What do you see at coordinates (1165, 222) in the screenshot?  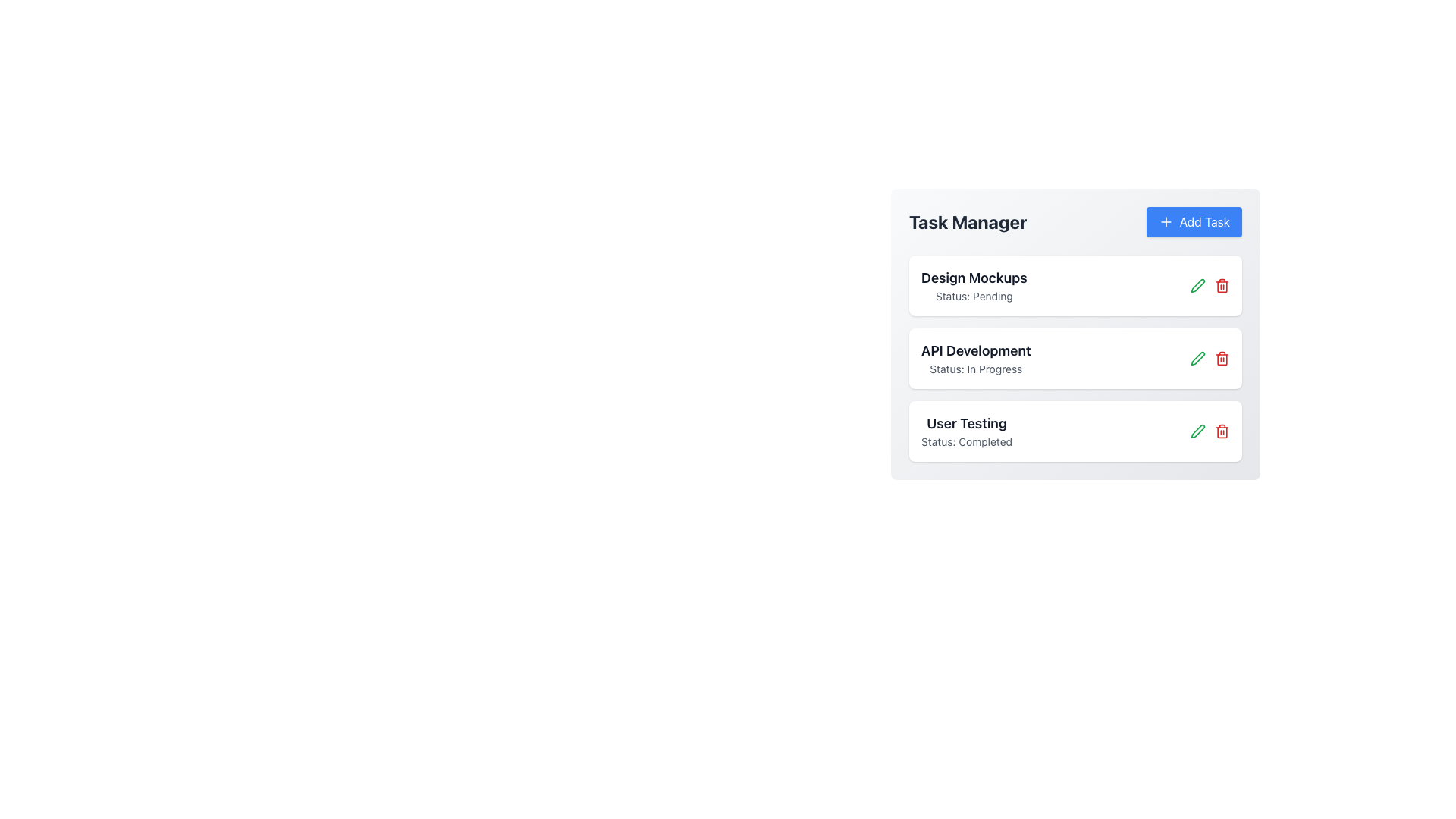 I see `the 'plus' icon of the 'Add Task' button located in the top-right corner of the Task Manager interface` at bounding box center [1165, 222].